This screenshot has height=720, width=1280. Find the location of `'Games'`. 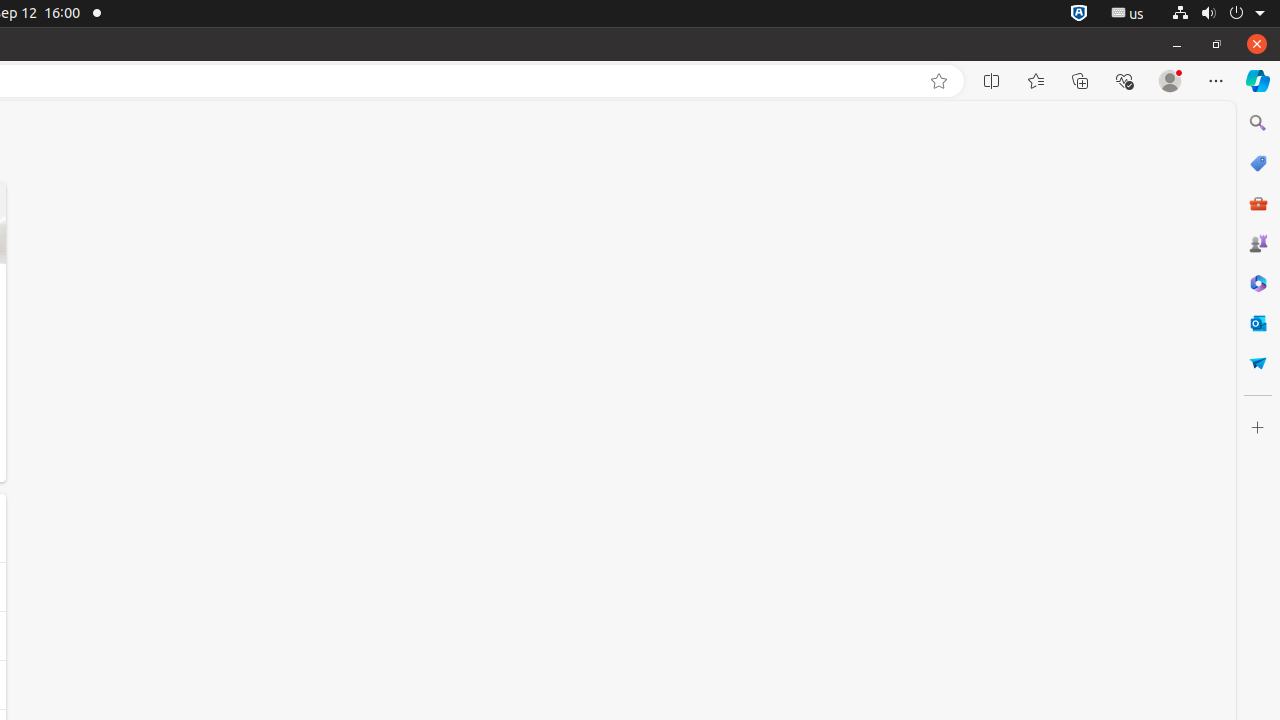

'Games' is located at coordinates (1256, 242).